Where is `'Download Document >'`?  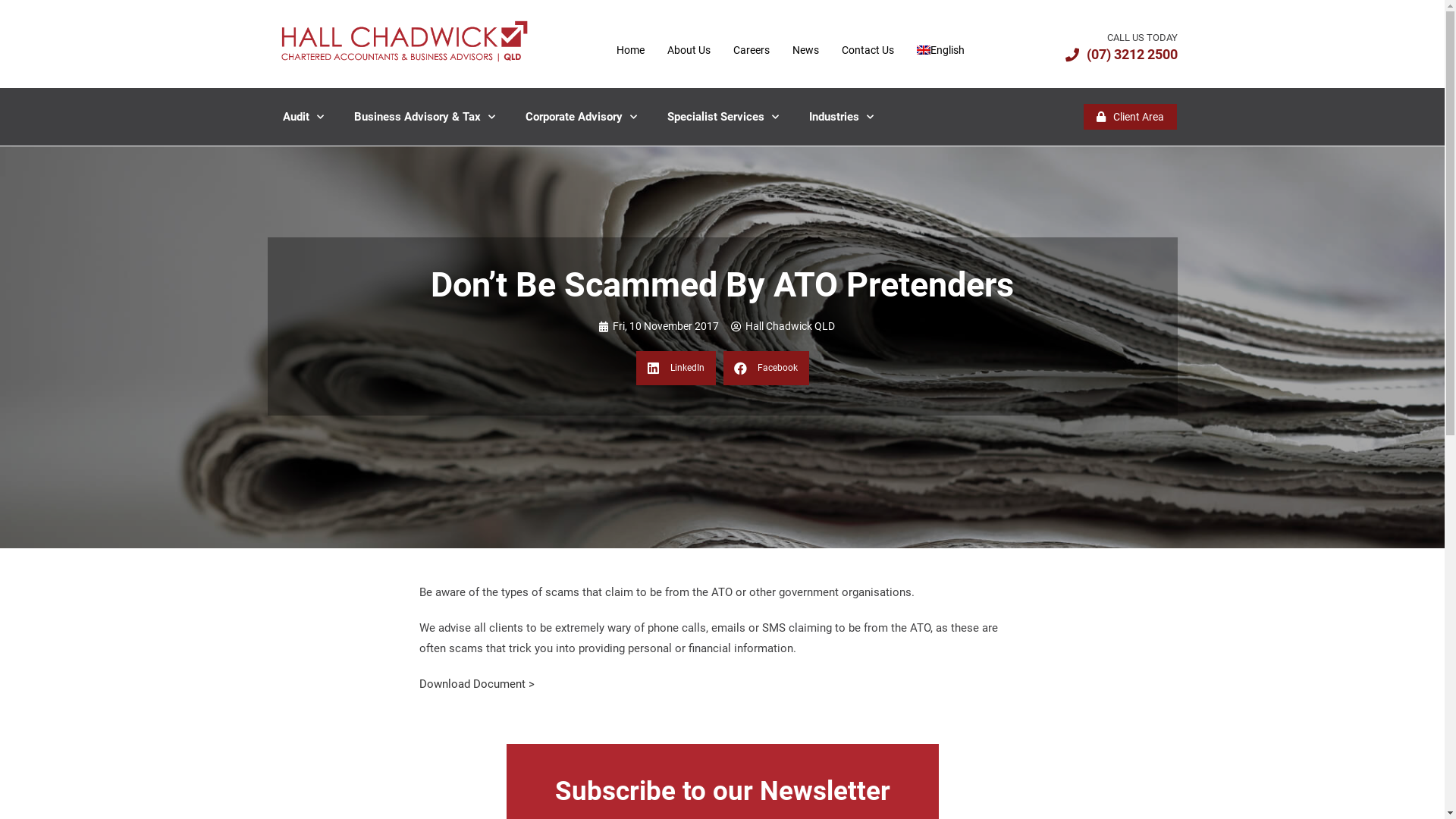
'Download Document >' is located at coordinates (419, 684).